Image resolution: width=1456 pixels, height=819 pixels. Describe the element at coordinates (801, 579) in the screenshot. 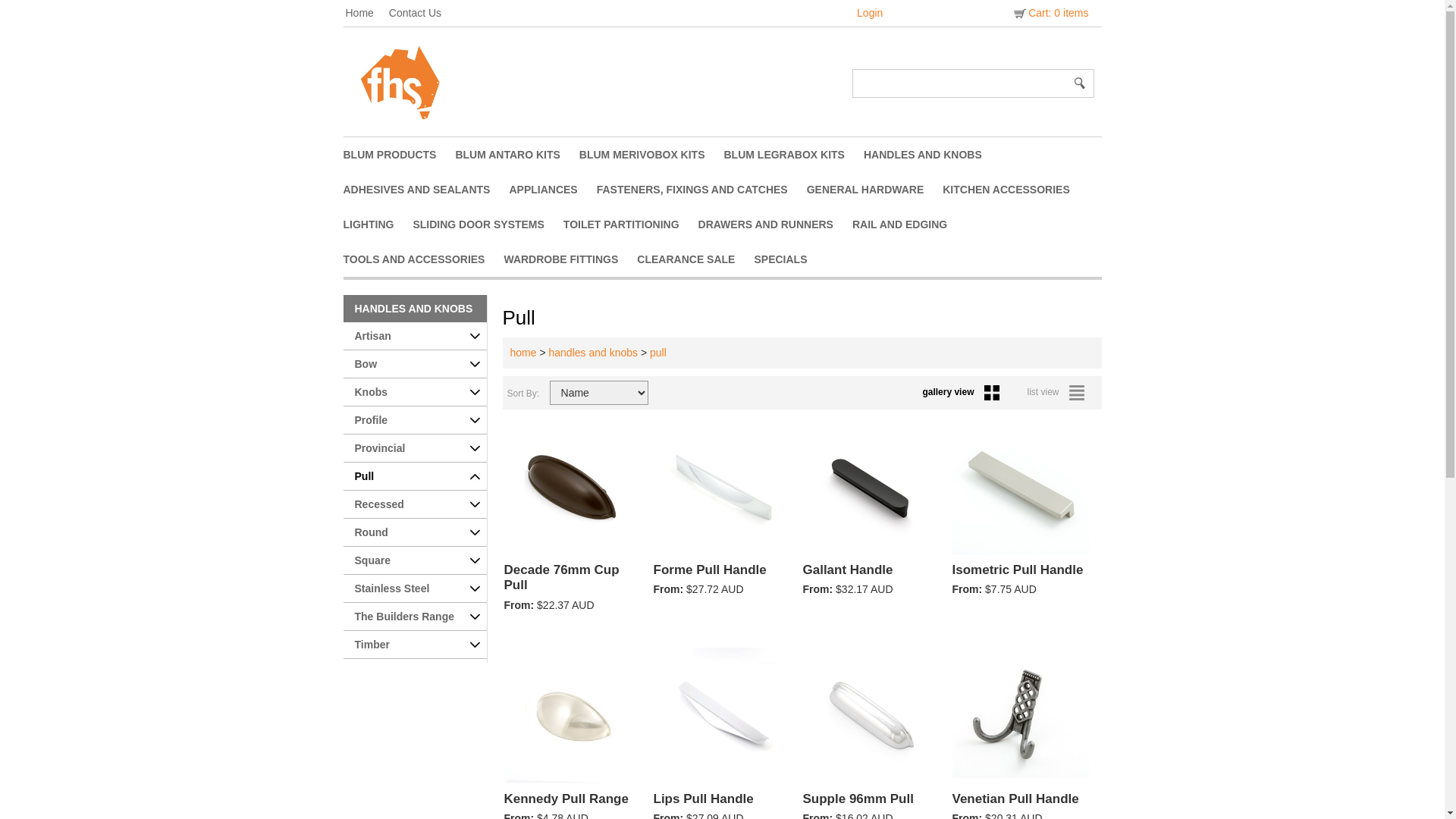

I see `'Gallant Handle'` at that location.